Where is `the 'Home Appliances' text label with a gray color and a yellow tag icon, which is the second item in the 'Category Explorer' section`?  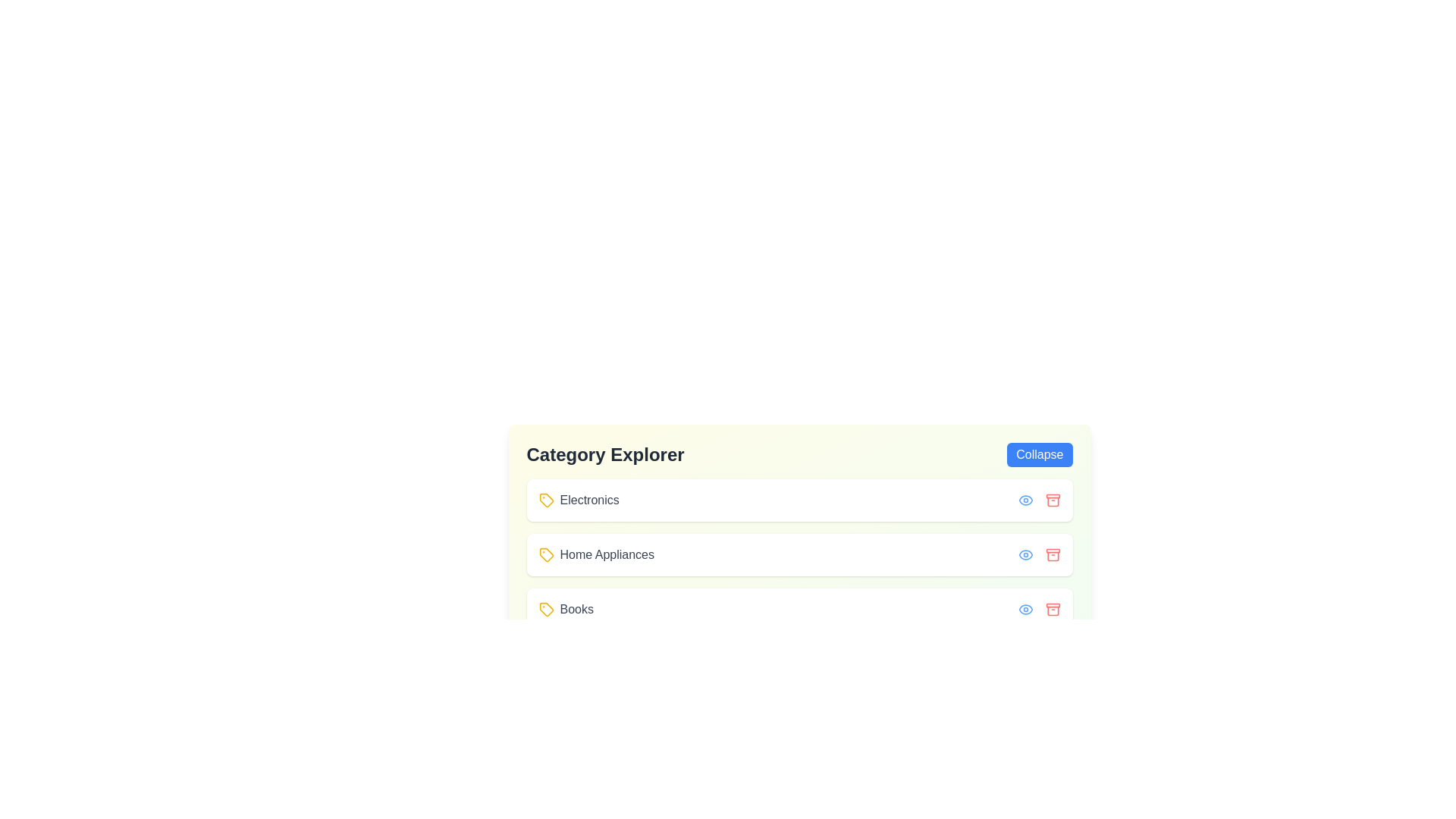 the 'Home Appliances' text label with a gray color and a yellow tag icon, which is the second item in the 'Category Explorer' section is located at coordinates (595, 555).